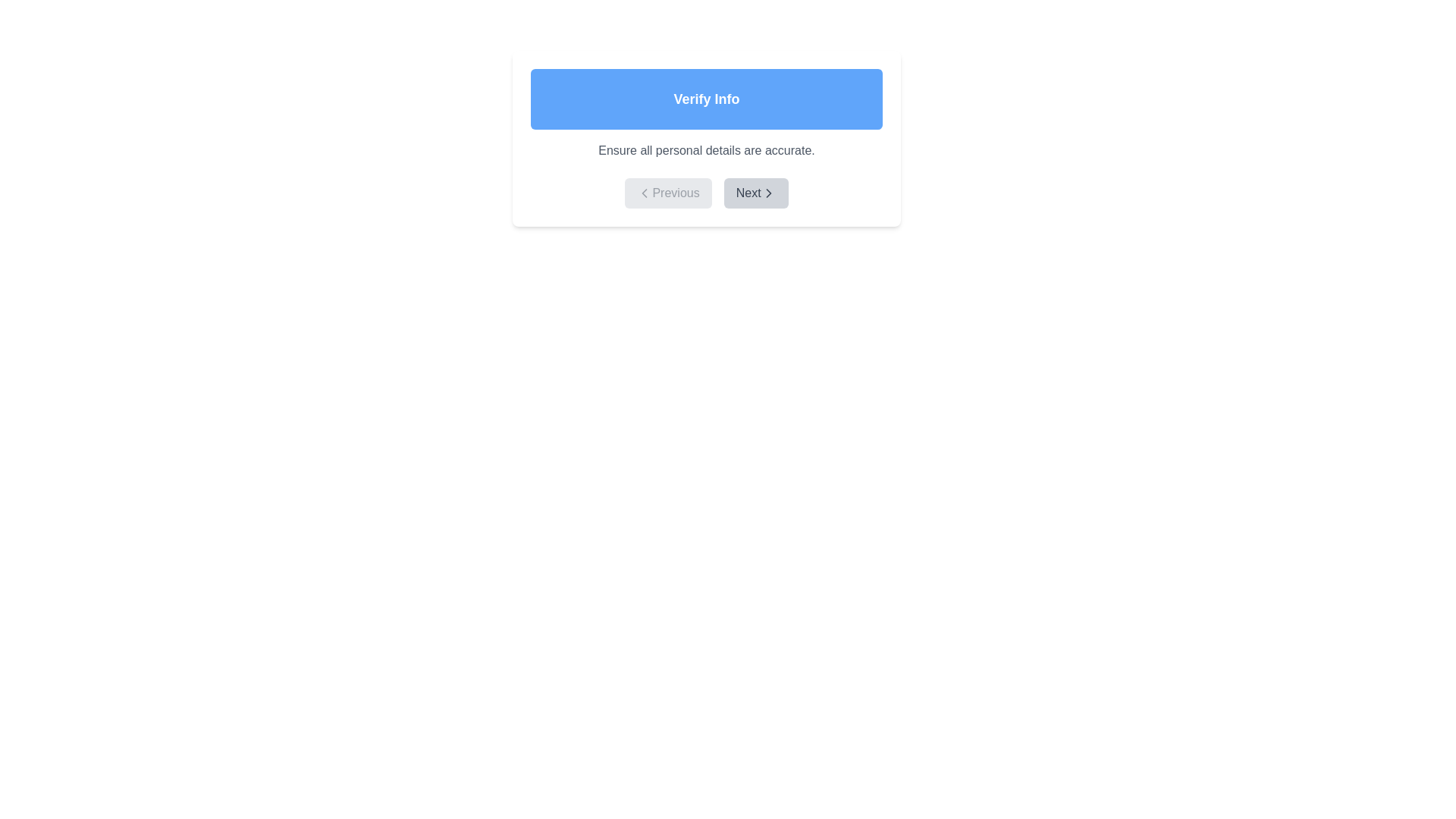 The image size is (1456, 819). Describe the element at coordinates (768, 192) in the screenshot. I see `the 'Next' button which contains the Chevron icon` at that location.